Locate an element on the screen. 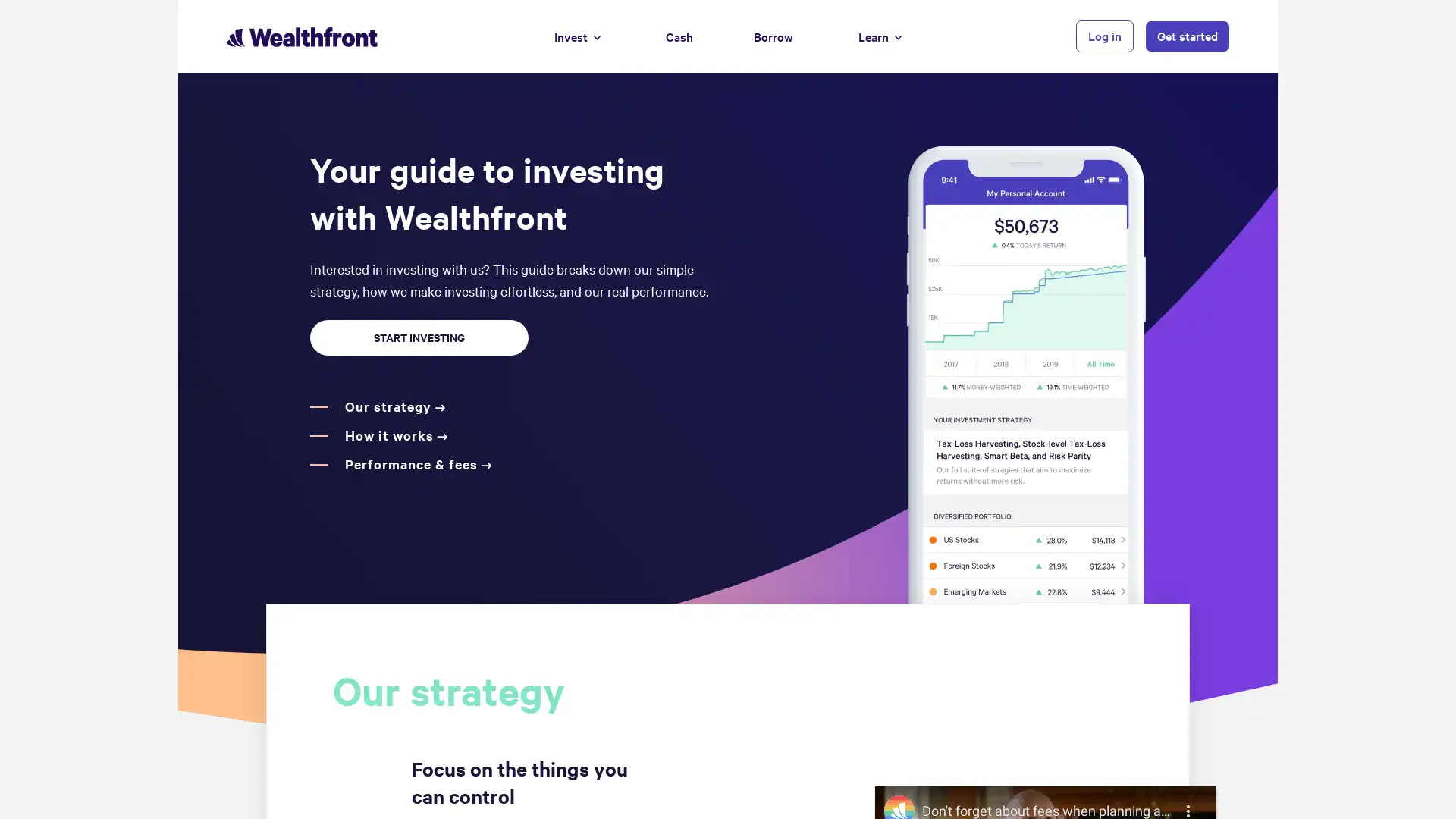  Invest is located at coordinates (576, 35).